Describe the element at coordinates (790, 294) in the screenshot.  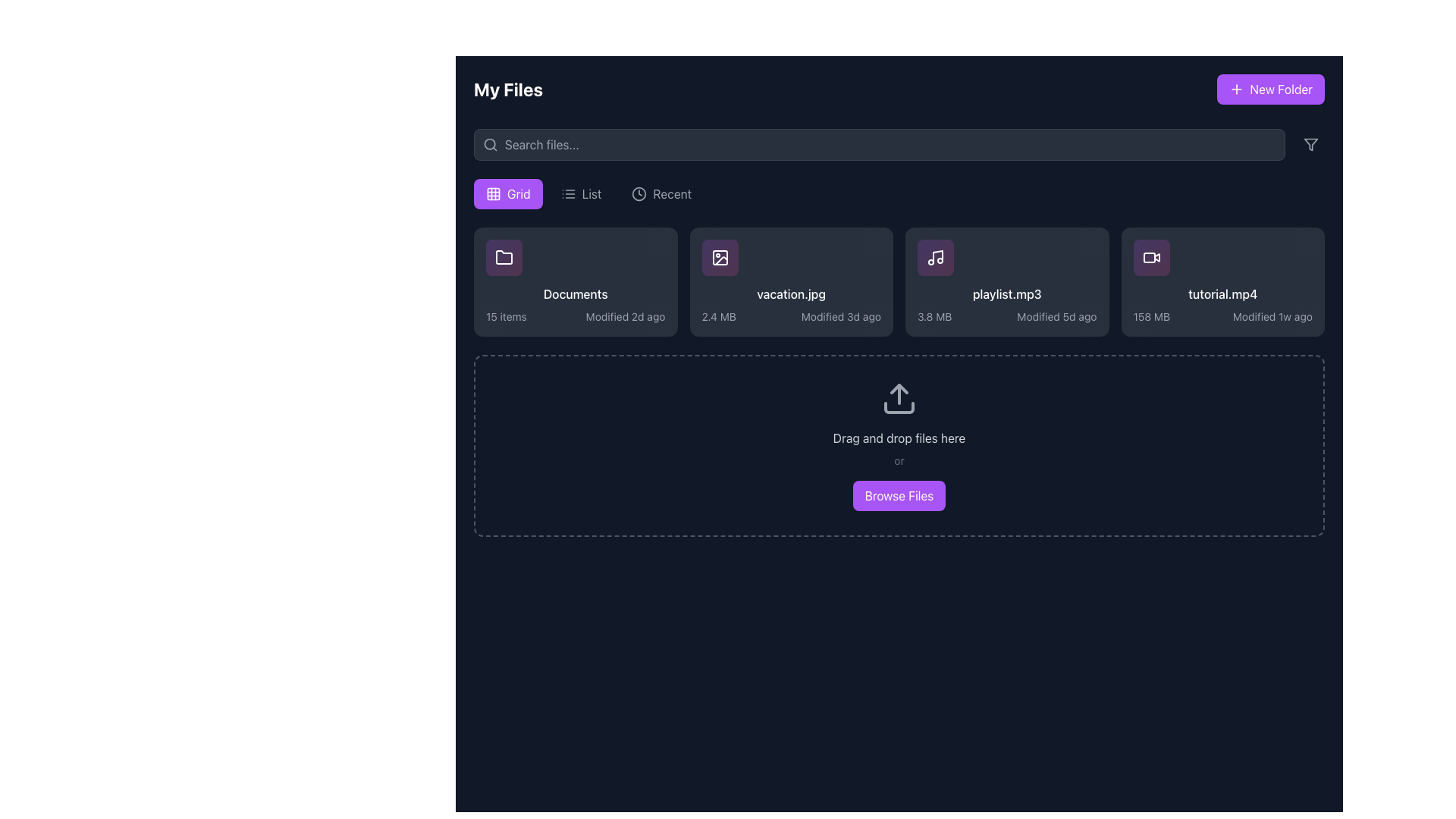
I see `the centered lower text label of the second card in the grid view` at that location.